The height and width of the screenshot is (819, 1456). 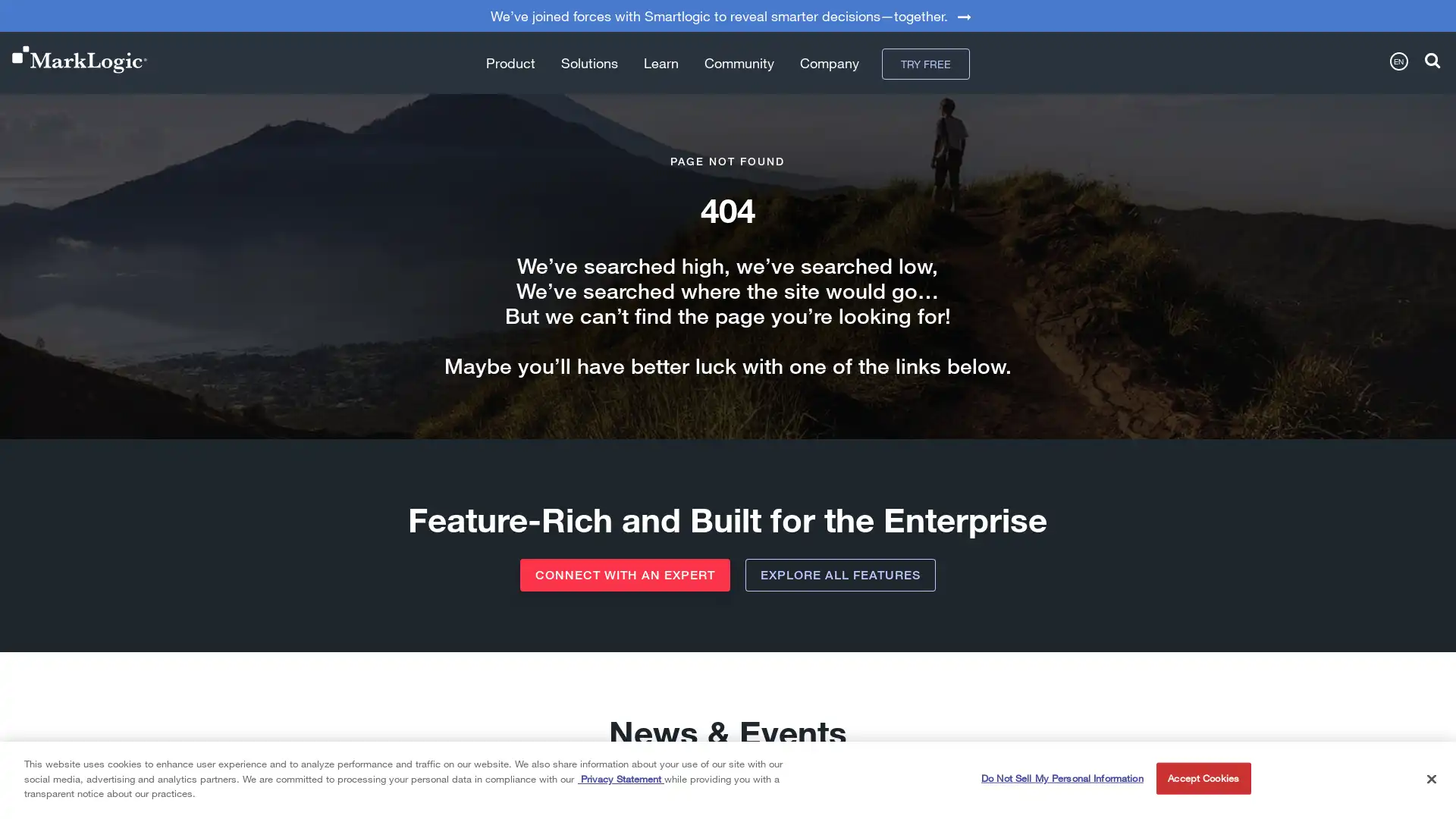 I want to click on Accept Cookies, so click(x=1202, y=778).